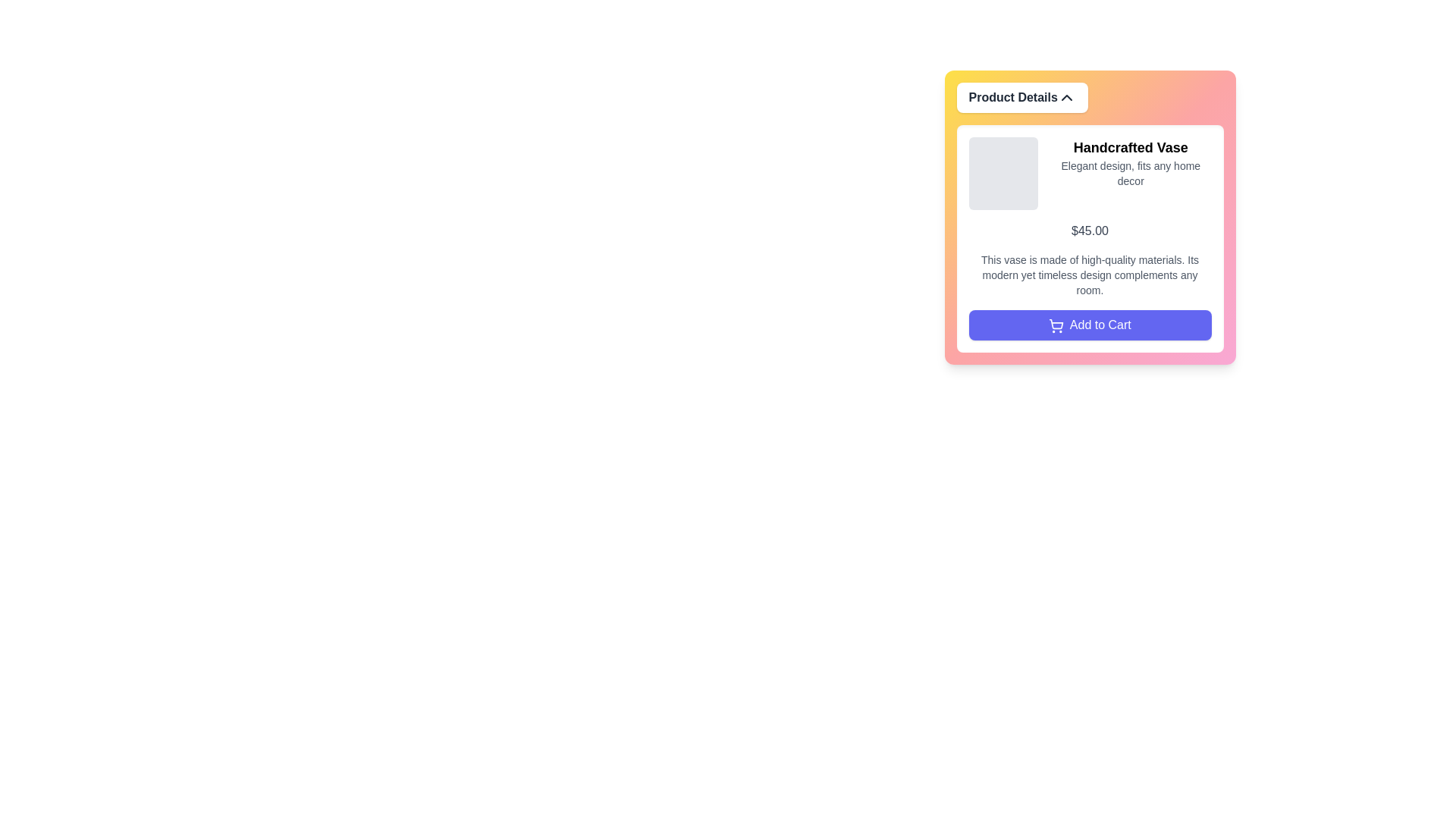 This screenshot has width=1456, height=819. What do you see at coordinates (1089, 324) in the screenshot?
I see `the add to cart button located at the bottom of the product card` at bounding box center [1089, 324].